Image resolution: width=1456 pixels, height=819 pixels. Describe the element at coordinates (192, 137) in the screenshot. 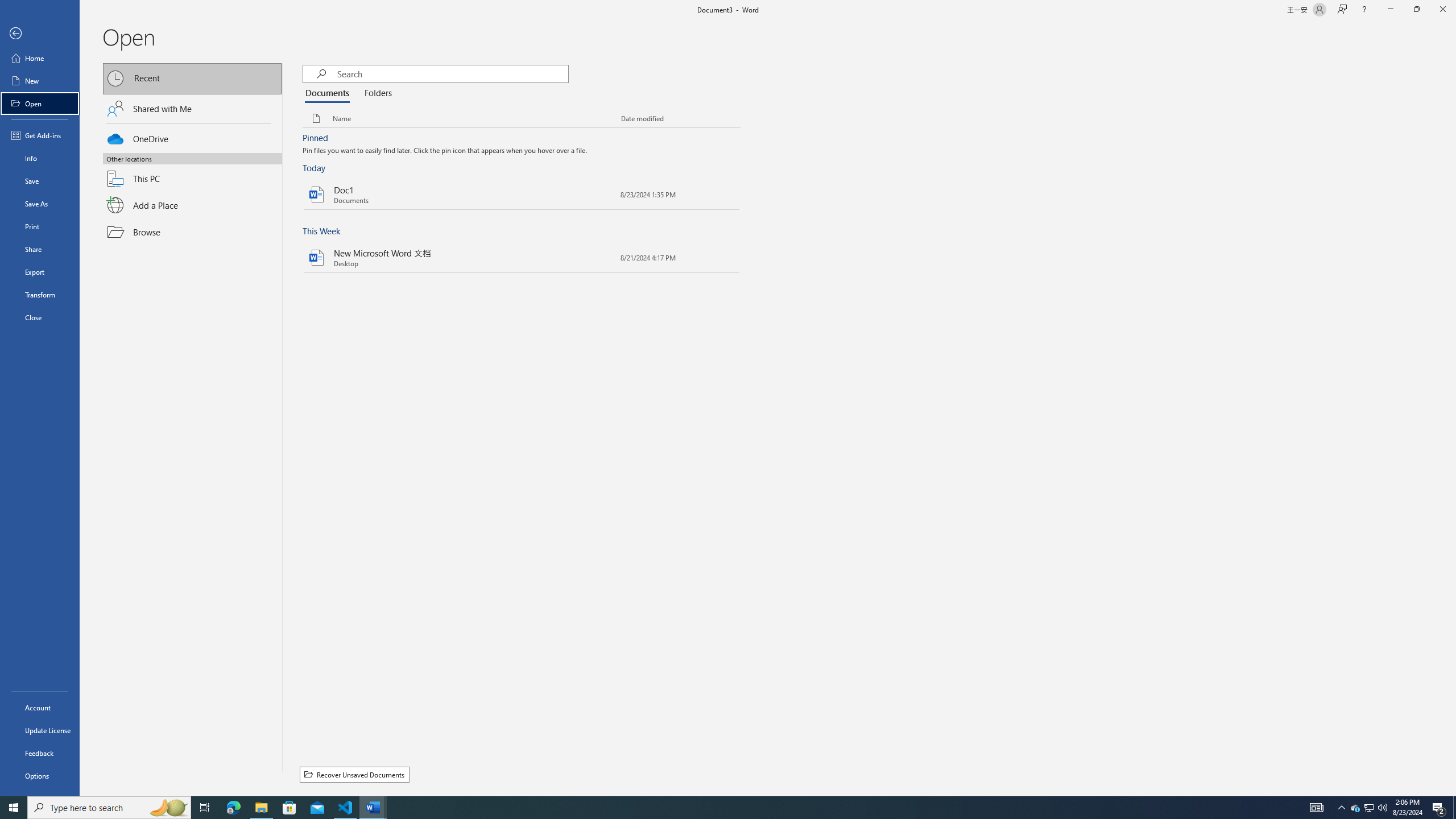

I see `'OneDrive'` at that location.